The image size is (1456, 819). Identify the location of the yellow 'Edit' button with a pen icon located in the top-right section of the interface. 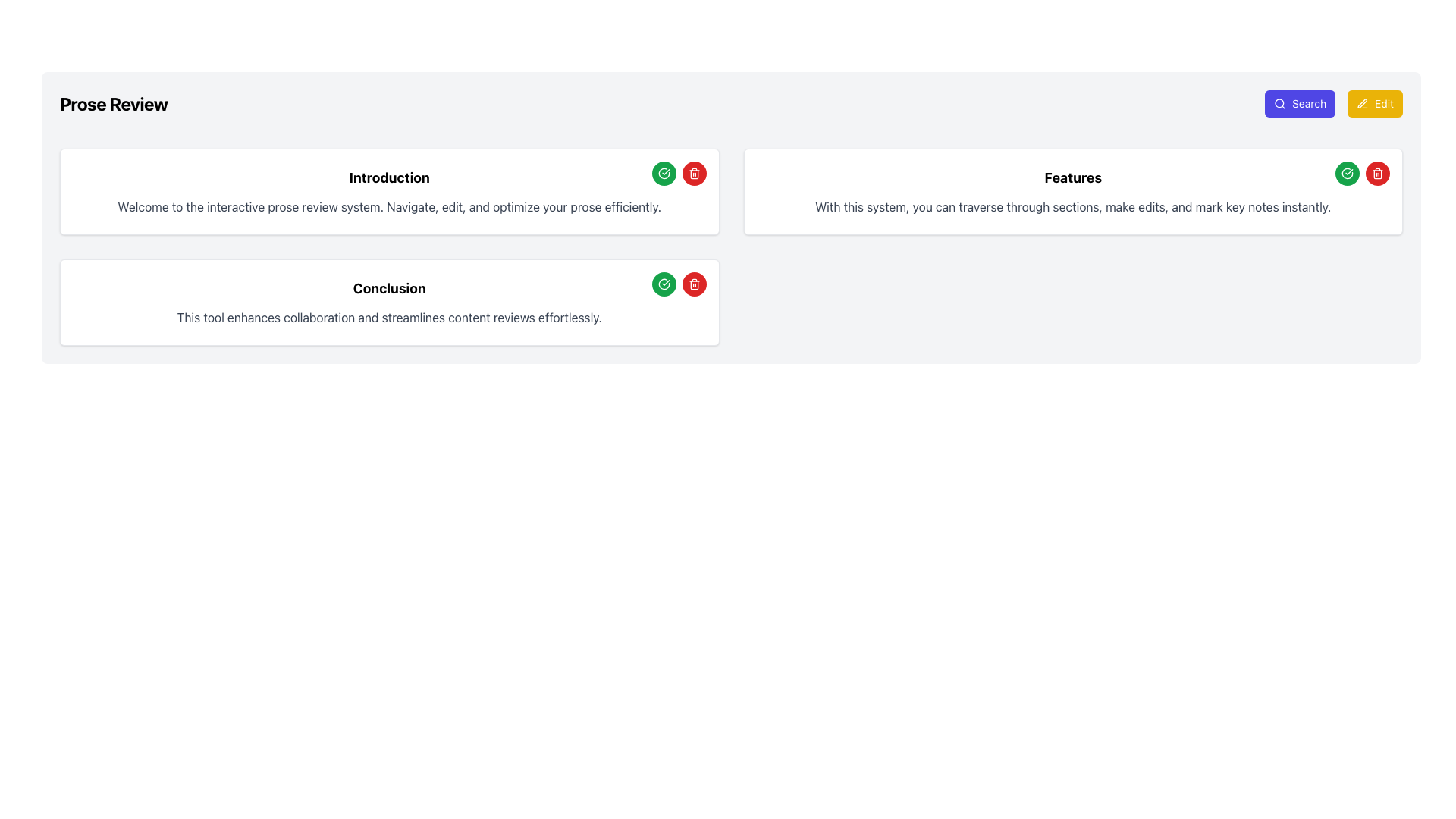
(1375, 103).